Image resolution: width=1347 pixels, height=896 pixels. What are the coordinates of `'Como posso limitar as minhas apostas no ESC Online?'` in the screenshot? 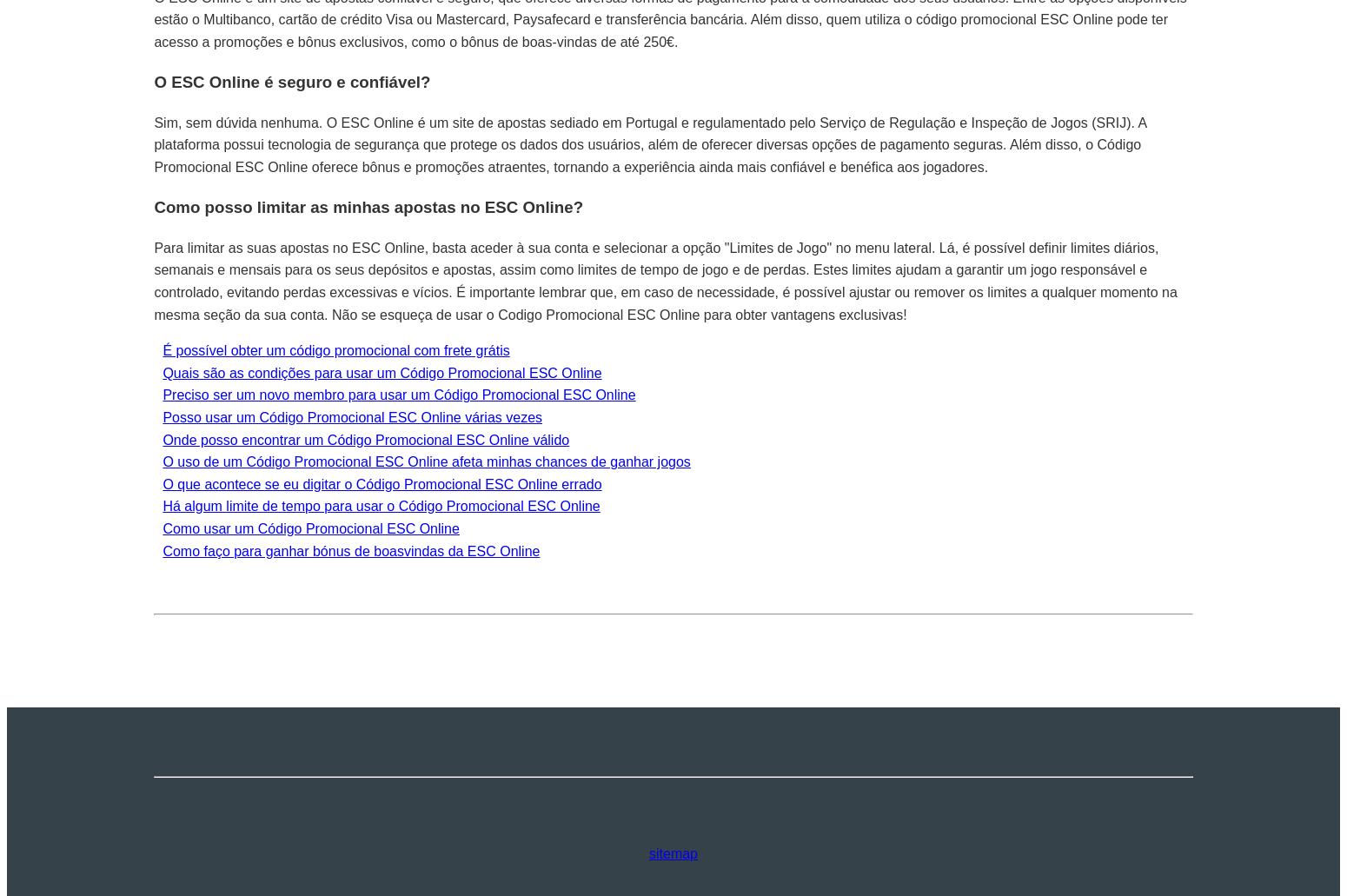 It's located at (368, 207).